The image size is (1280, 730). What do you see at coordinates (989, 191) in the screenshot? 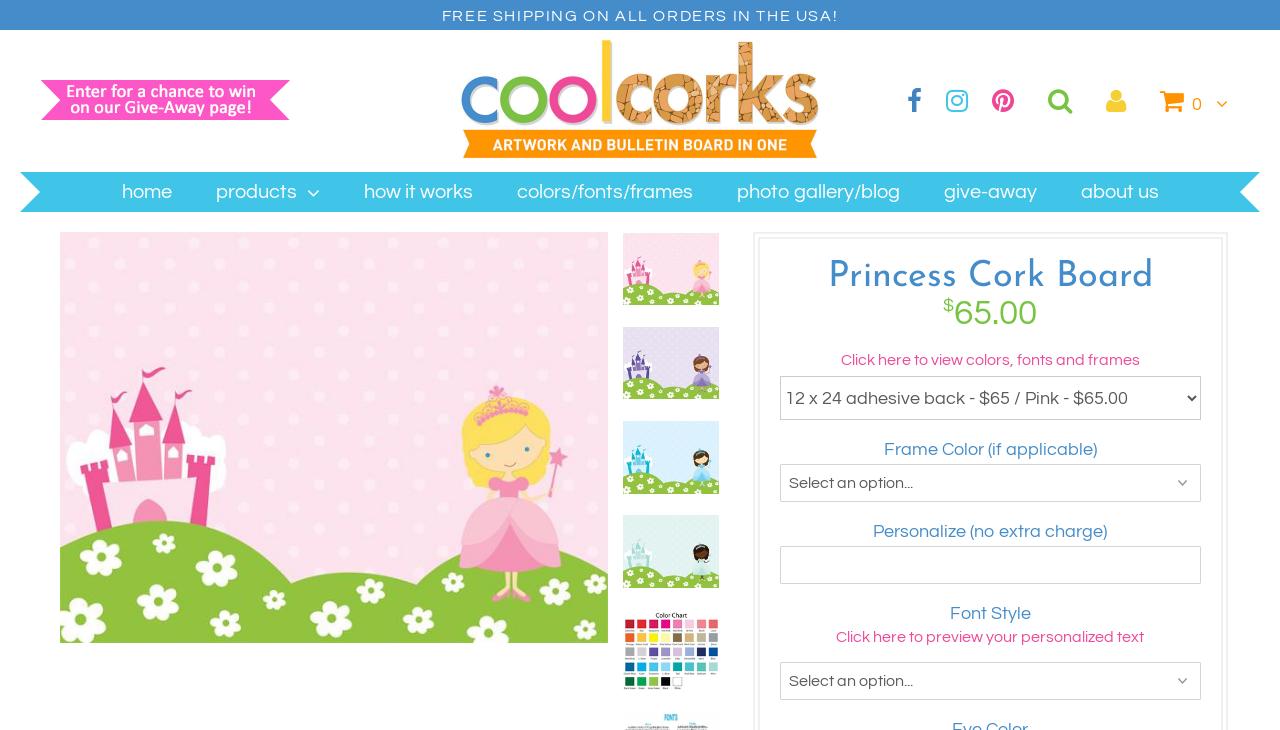
I see `'Give-Away'` at bounding box center [989, 191].